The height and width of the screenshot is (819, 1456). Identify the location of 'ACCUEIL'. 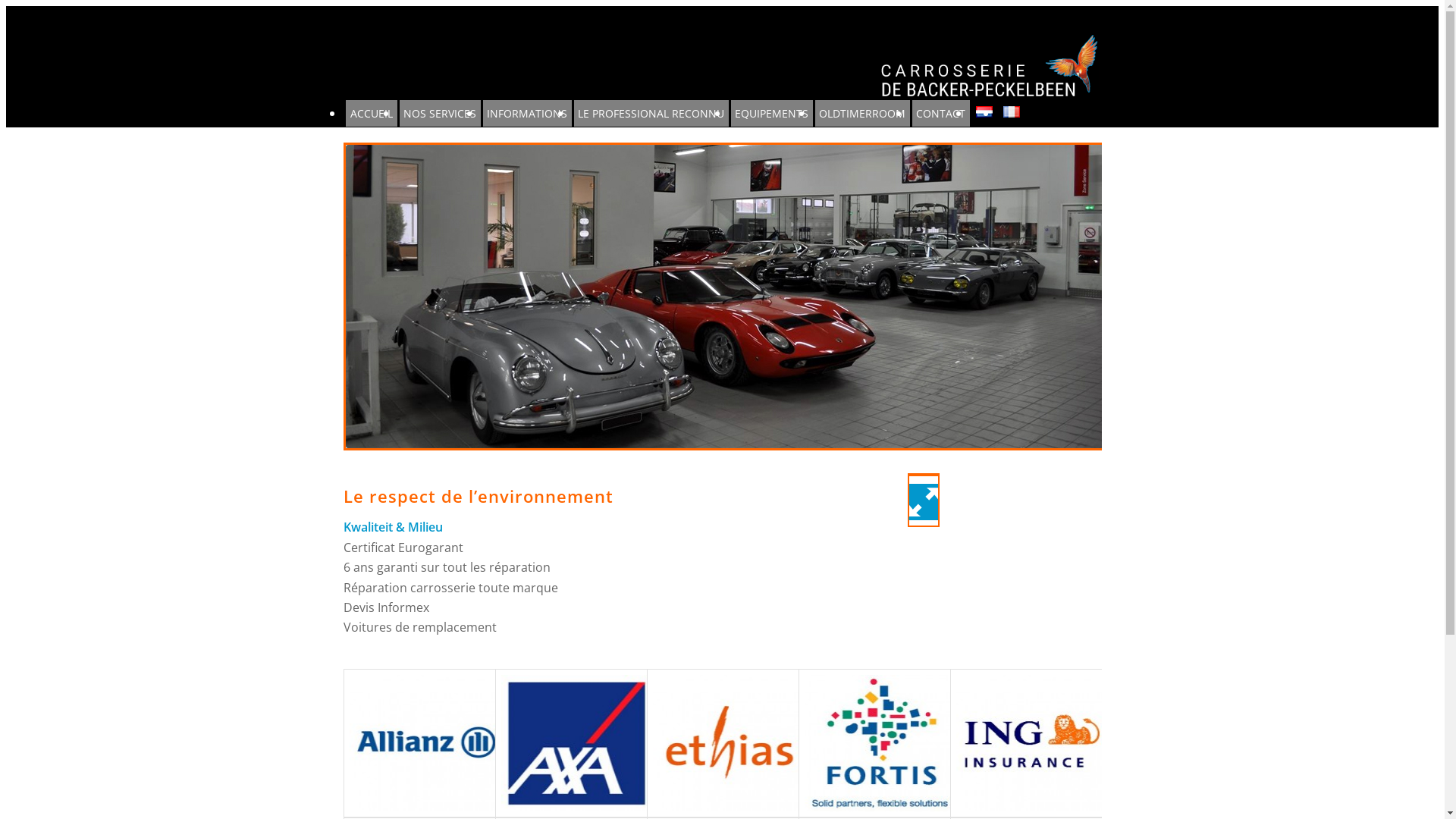
(371, 112).